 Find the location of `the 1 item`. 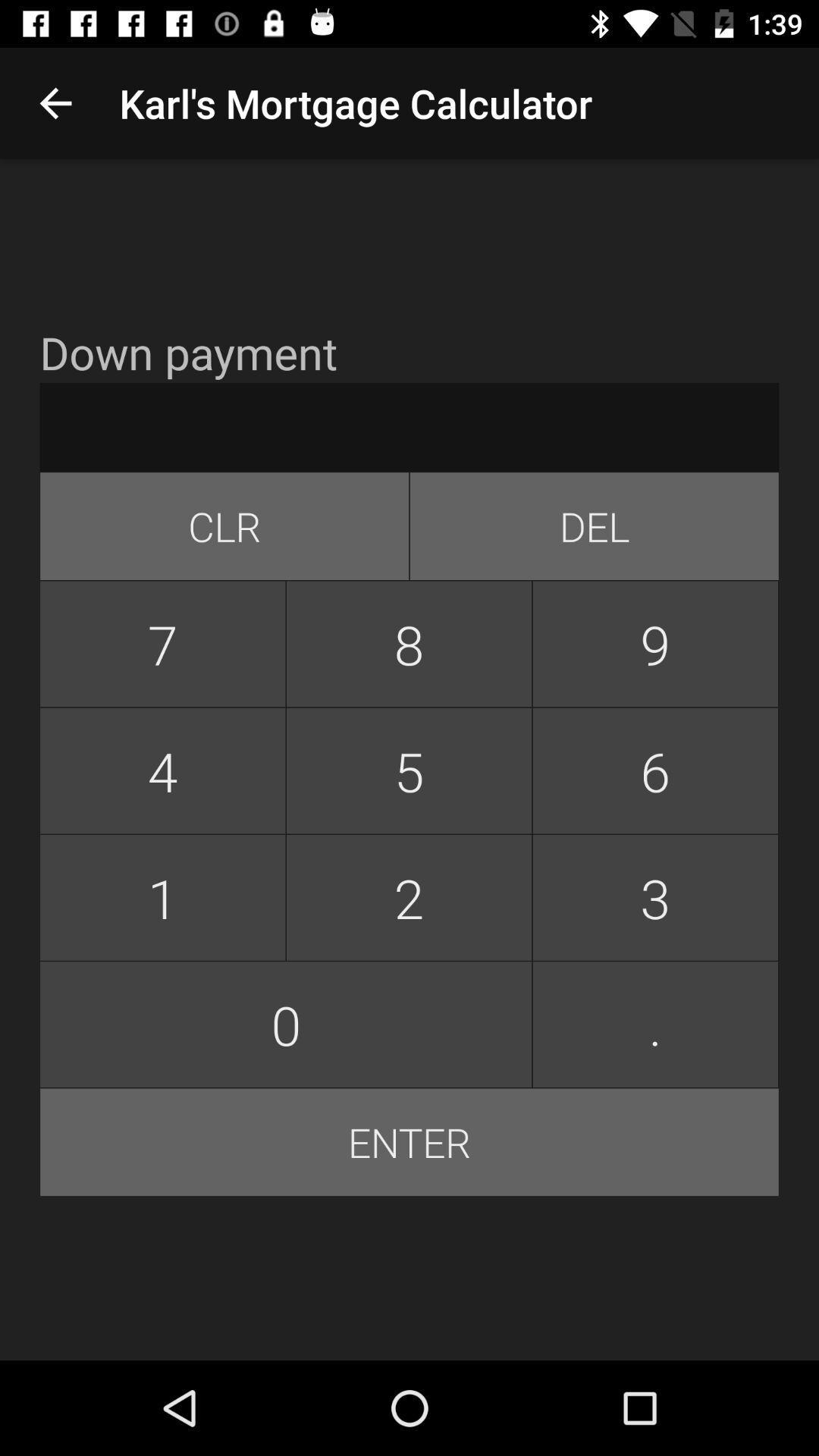

the 1 item is located at coordinates (162, 897).